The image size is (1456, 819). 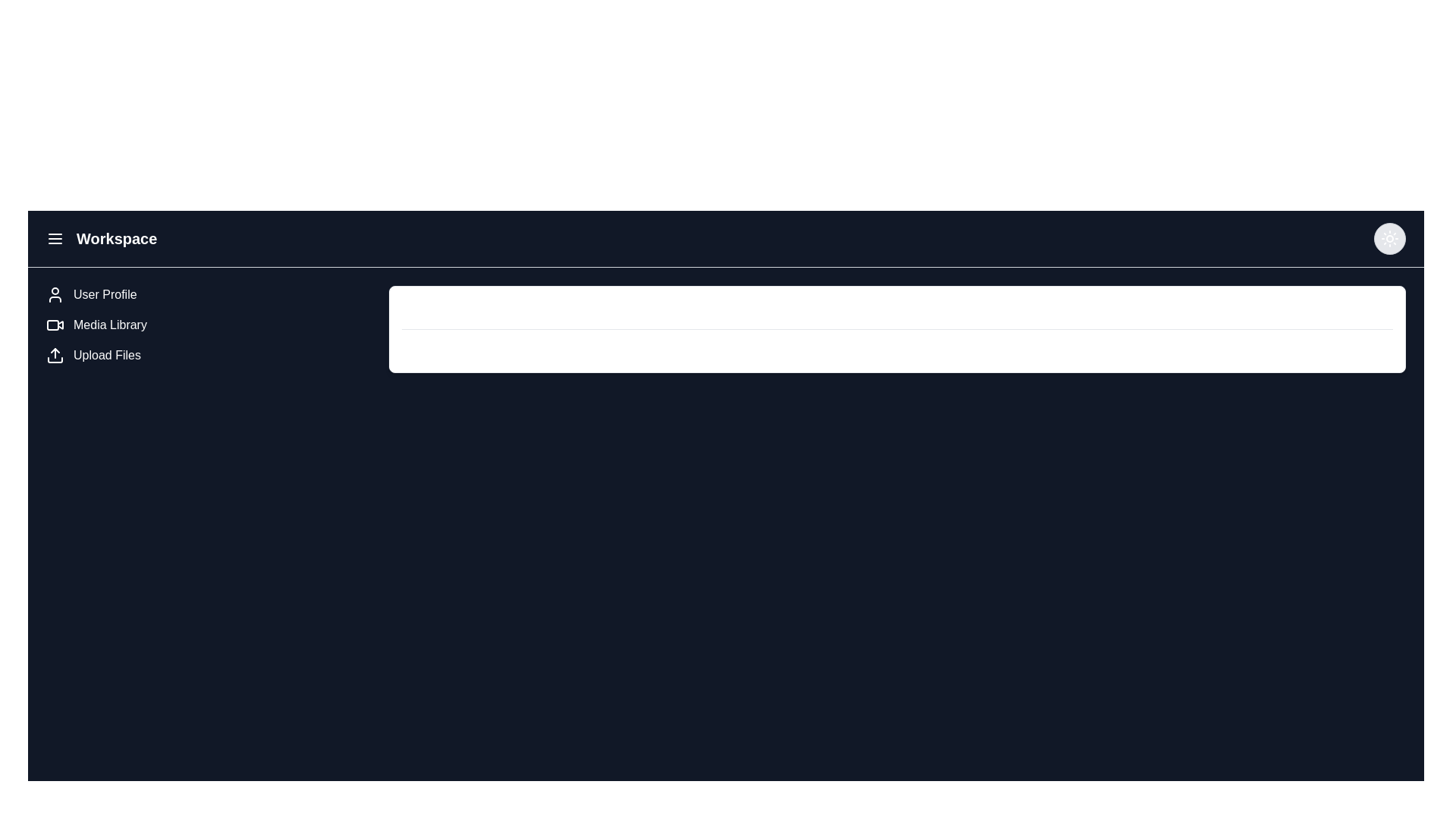 What do you see at coordinates (211, 295) in the screenshot?
I see `the 'User Profile' navigation item with a user silhouette icon for keyboard interaction` at bounding box center [211, 295].